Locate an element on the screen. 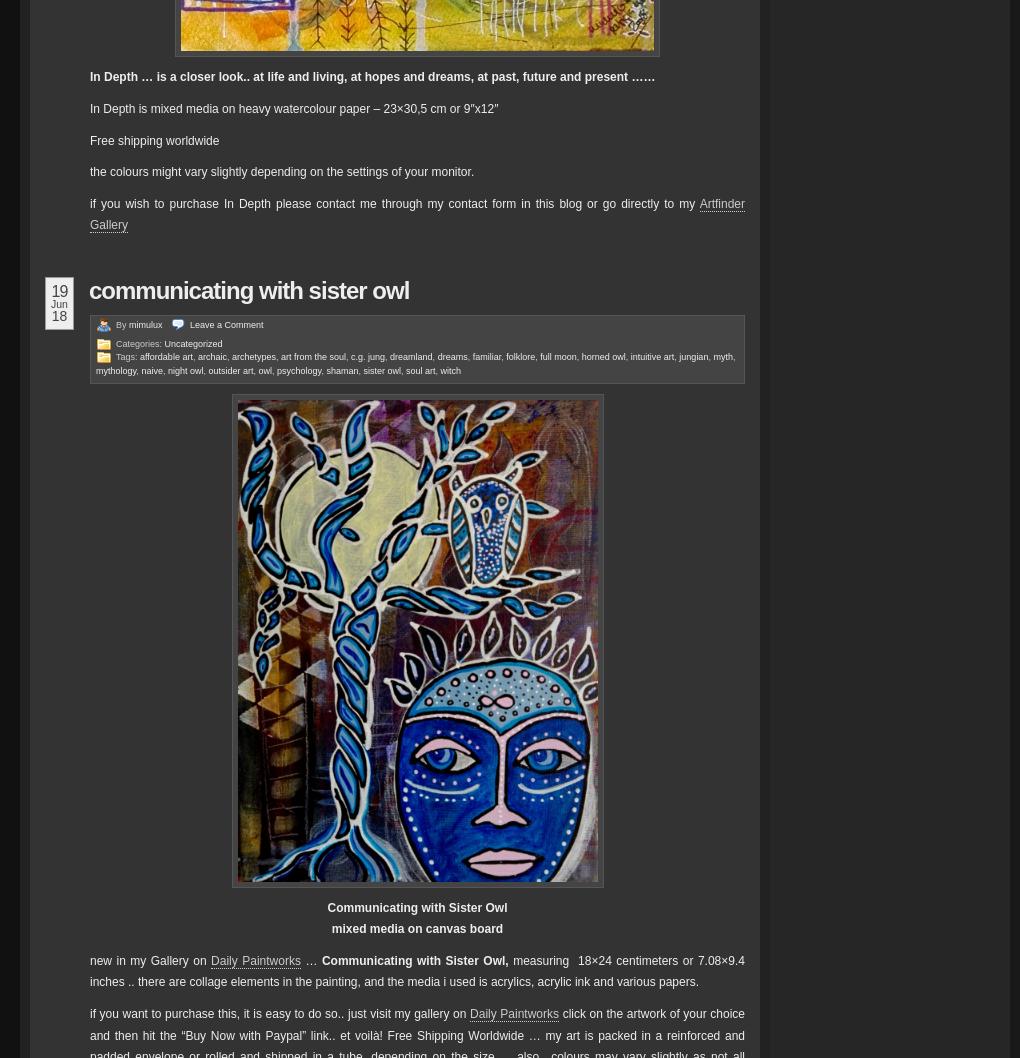 The image size is (1020, 1058). 'horned owl' is located at coordinates (602, 356).